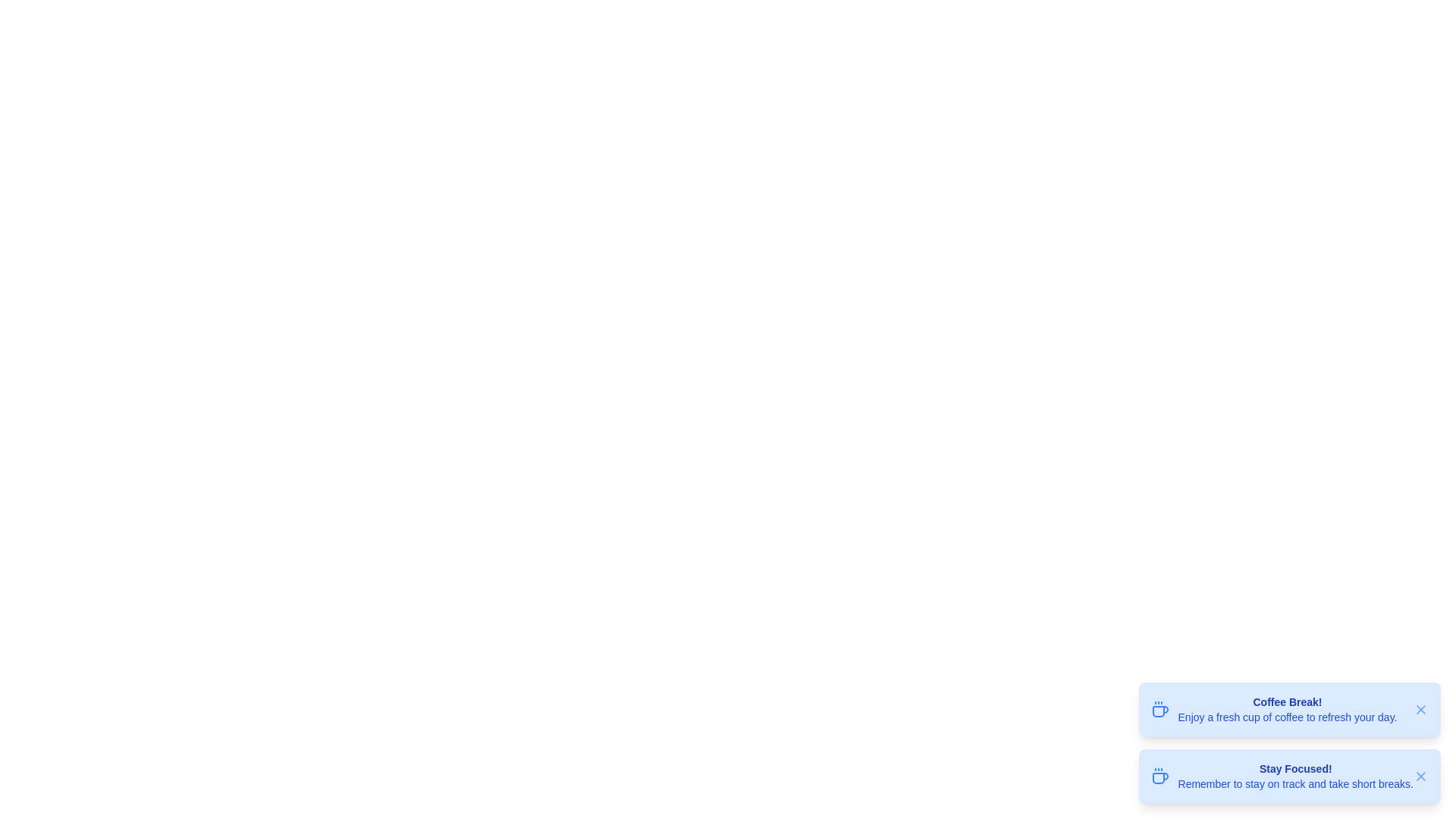 The image size is (1456, 819). What do you see at coordinates (1420, 710) in the screenshot?
I see `the close button of the message titled 'Coffee Break!' to dismiss it` at bounding box center [1420, 710].